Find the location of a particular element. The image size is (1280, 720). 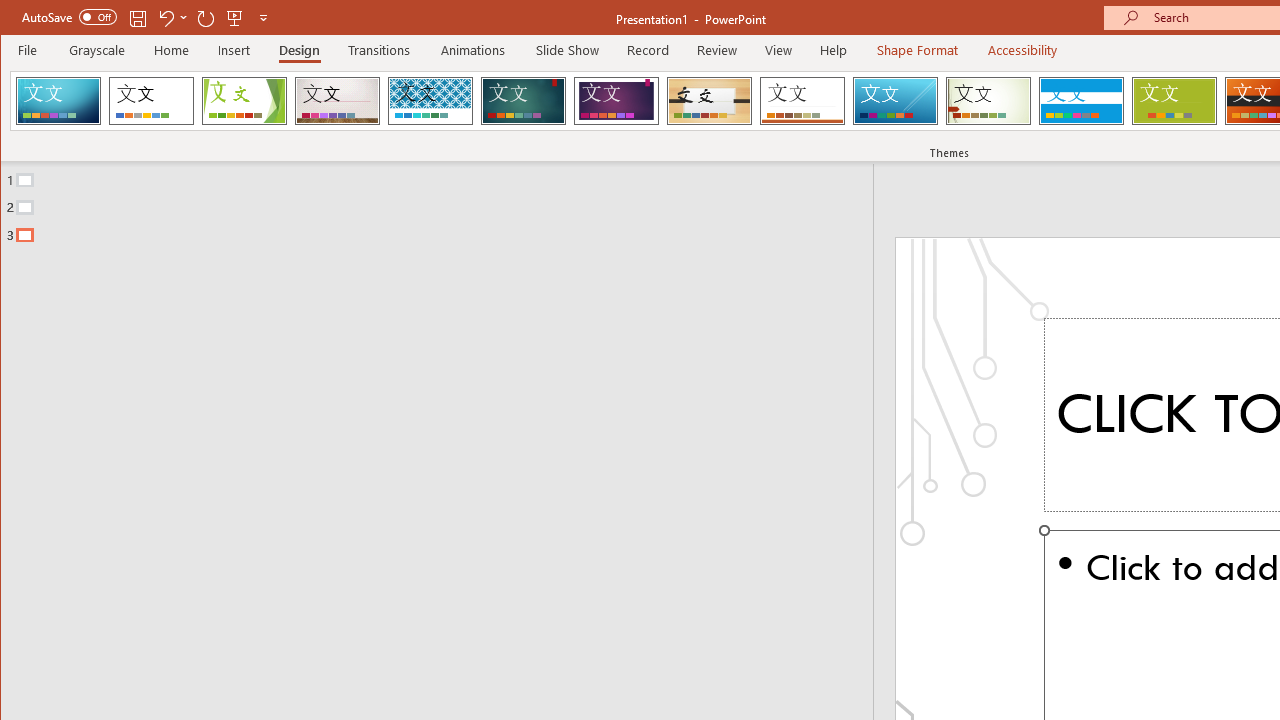

'Record' is located at coordinates (648, 49).